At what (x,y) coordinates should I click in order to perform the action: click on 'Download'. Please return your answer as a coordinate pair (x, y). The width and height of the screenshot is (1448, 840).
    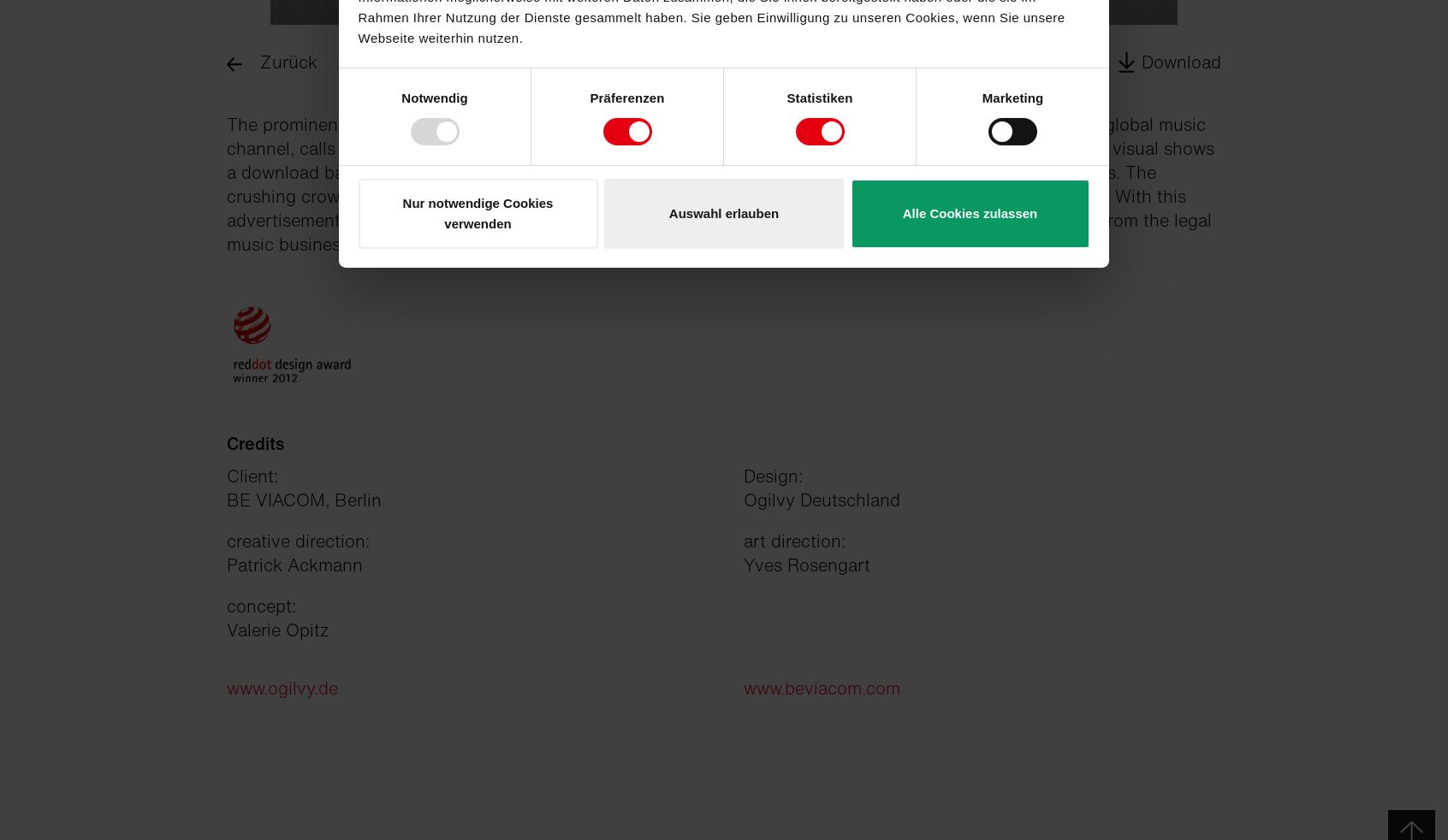
    Looking at the image, I should click on (1180, 61).